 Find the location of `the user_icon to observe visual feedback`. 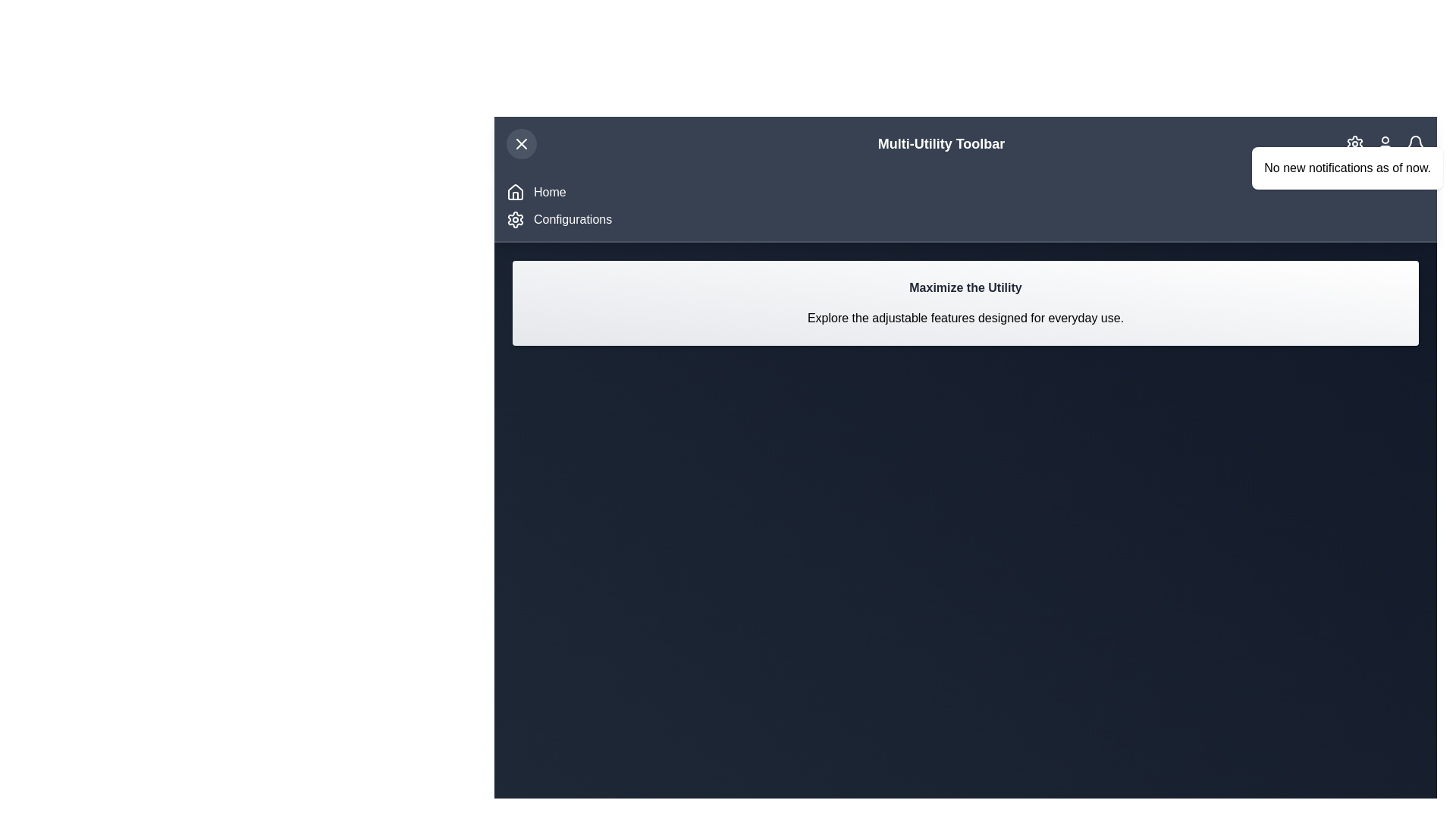

the user_icon to observe visual feedback is located at coordinates (1385, 143).